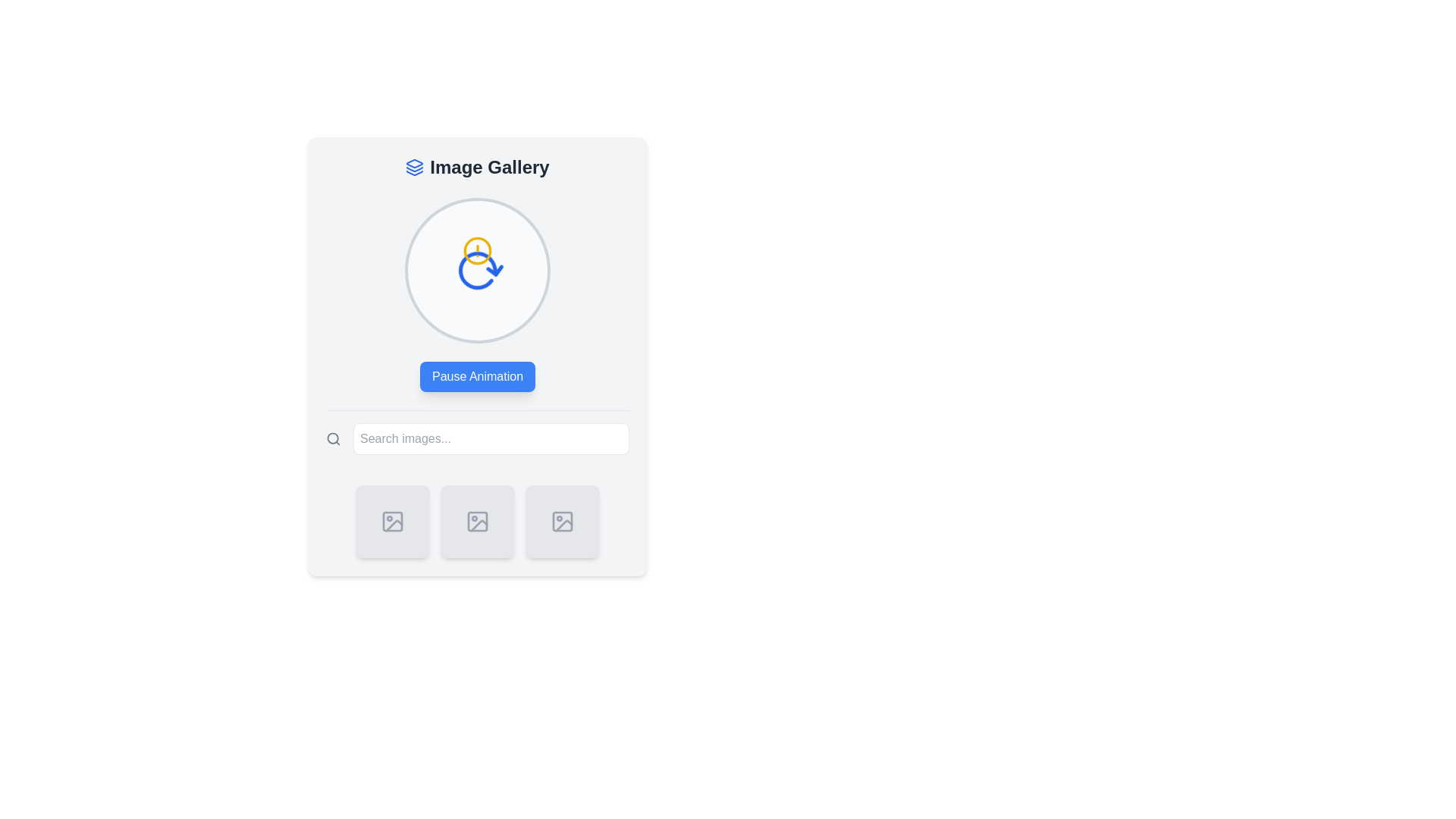 The image size is (1456, 819). I want to click on the second button in the row of three buttons, which has a light gray color, rounded corners, and an image placeholder icon, so click(476, 520).